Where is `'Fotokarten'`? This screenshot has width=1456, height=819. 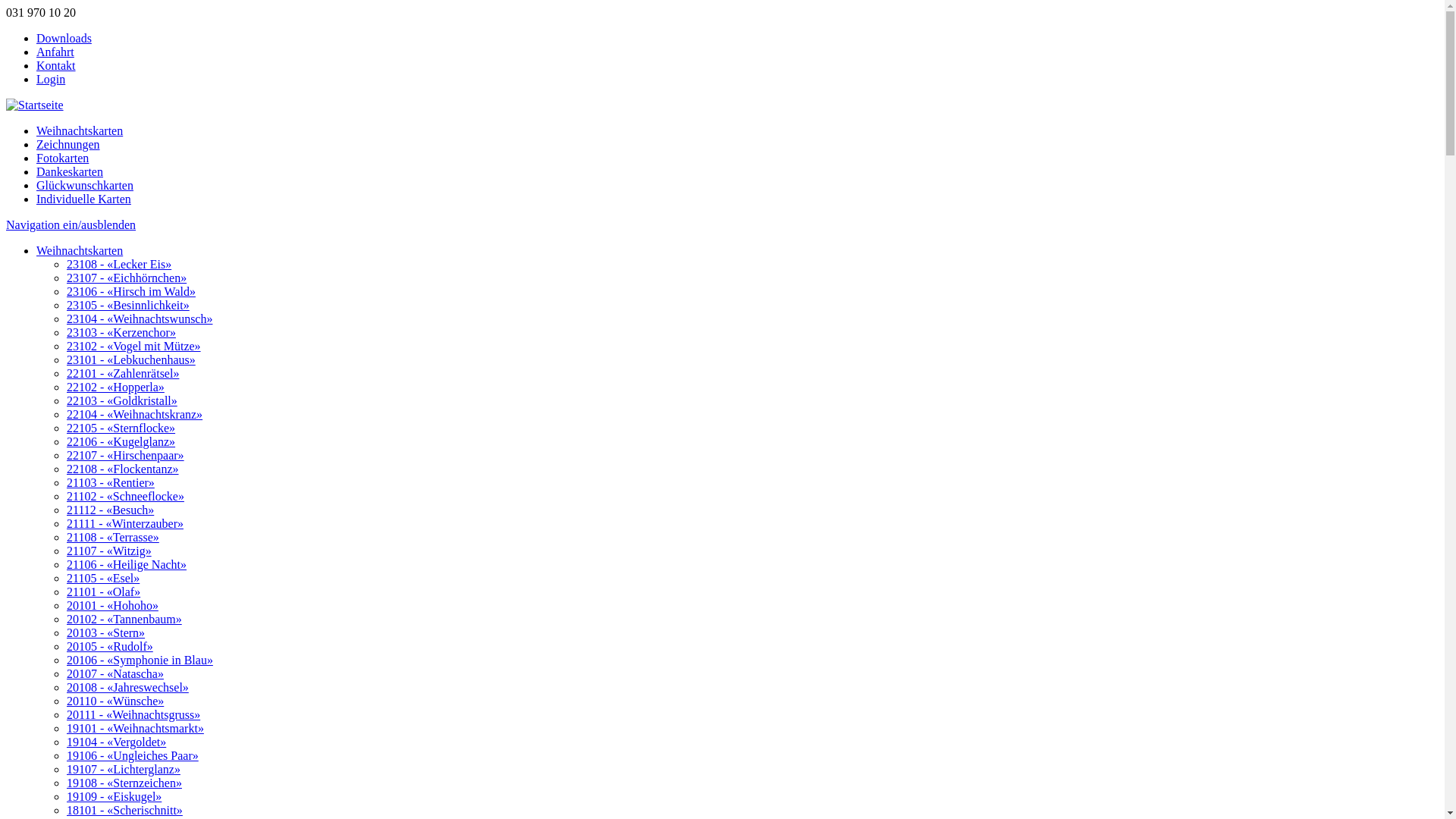
'Fotokarten' is located at coordinates (36, 158).